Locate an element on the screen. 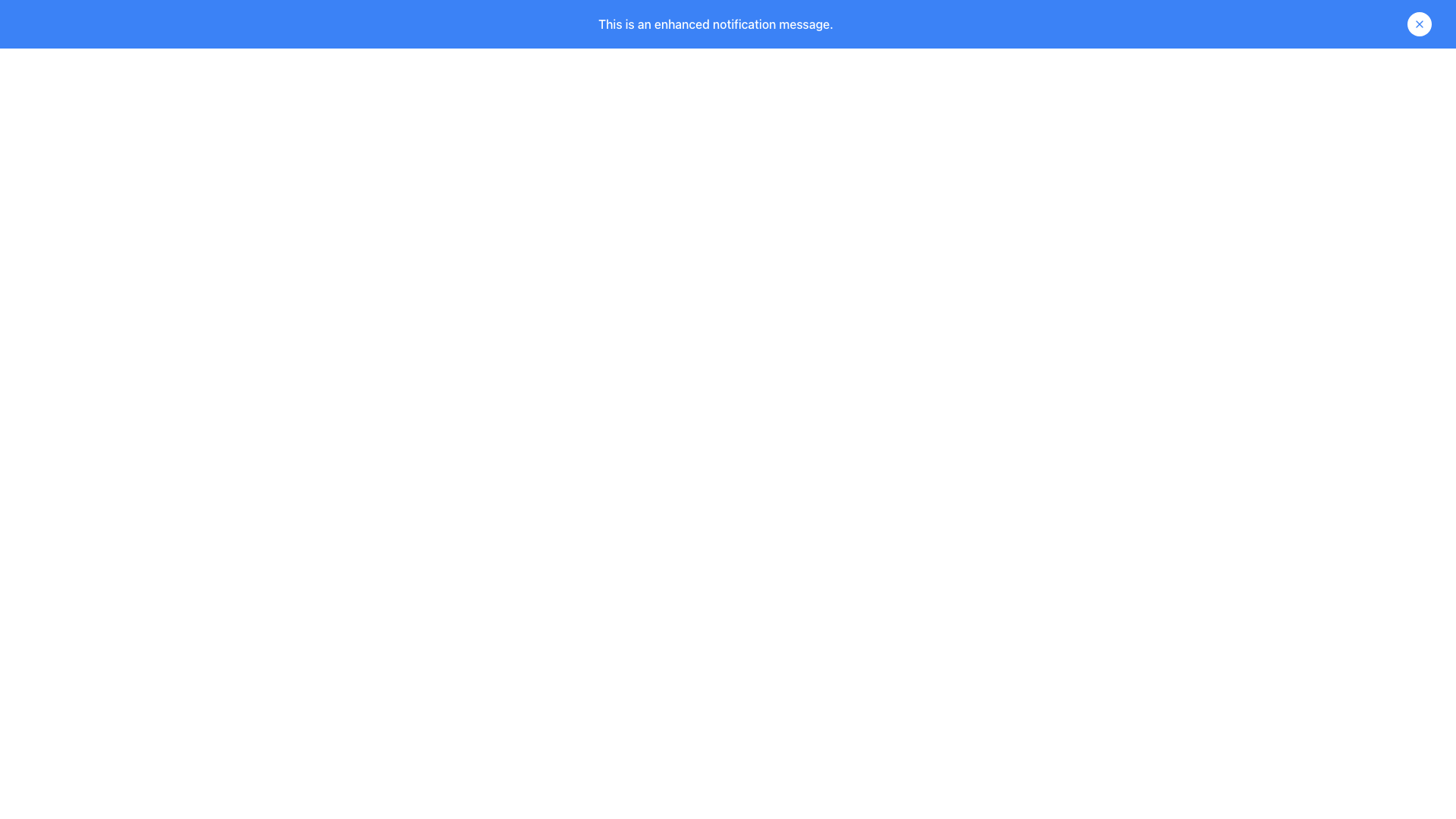  the text label displaying 'This is an enhanced notification message.' located in the top horizontal blue notification banner is located at coordinates (715, 24).